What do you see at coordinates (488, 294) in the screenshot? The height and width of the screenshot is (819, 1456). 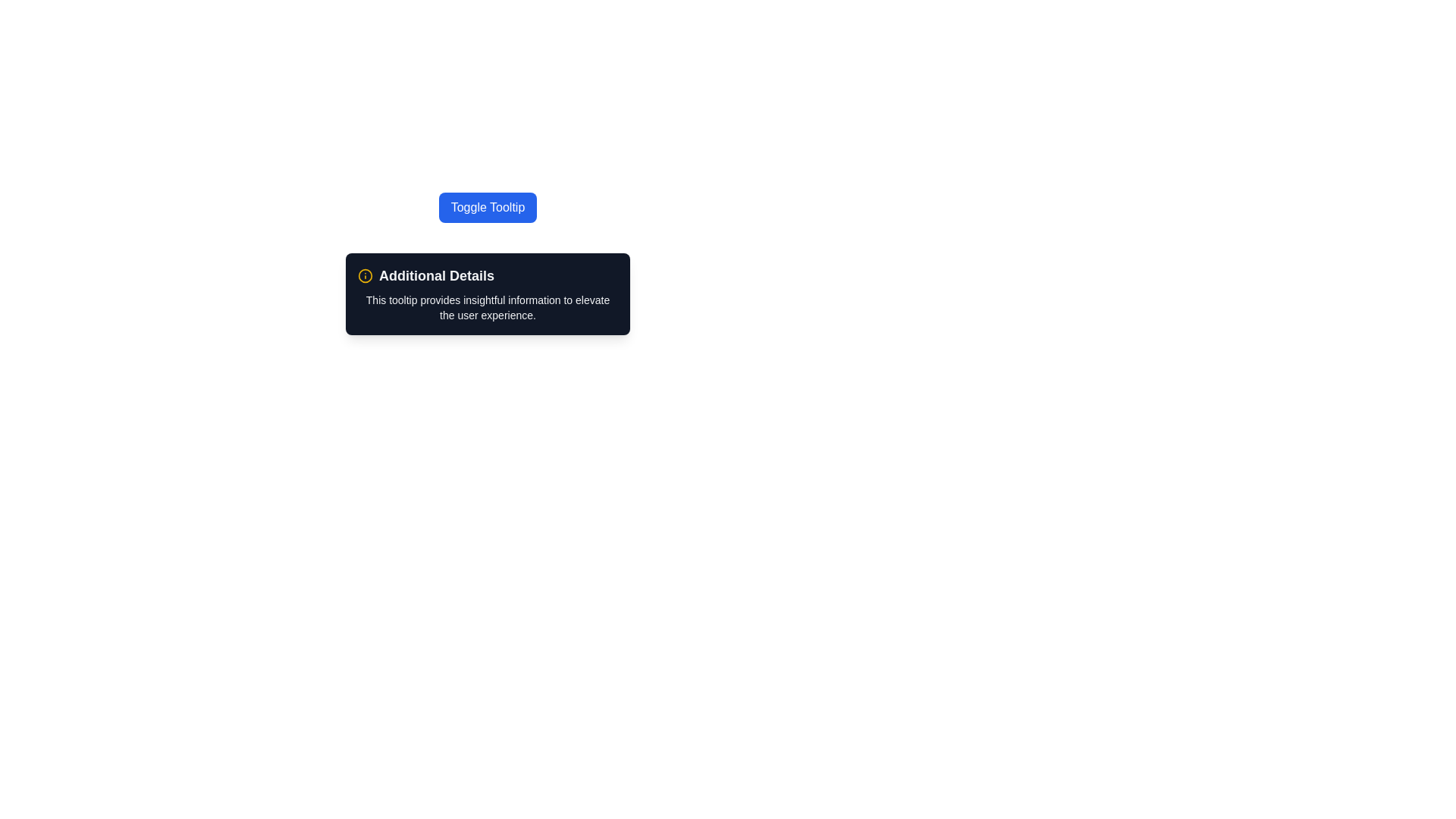 I see `information displayed in the tooltip that appears below the 'Toggle Tooltip' button` at bounding box center [488, 294].